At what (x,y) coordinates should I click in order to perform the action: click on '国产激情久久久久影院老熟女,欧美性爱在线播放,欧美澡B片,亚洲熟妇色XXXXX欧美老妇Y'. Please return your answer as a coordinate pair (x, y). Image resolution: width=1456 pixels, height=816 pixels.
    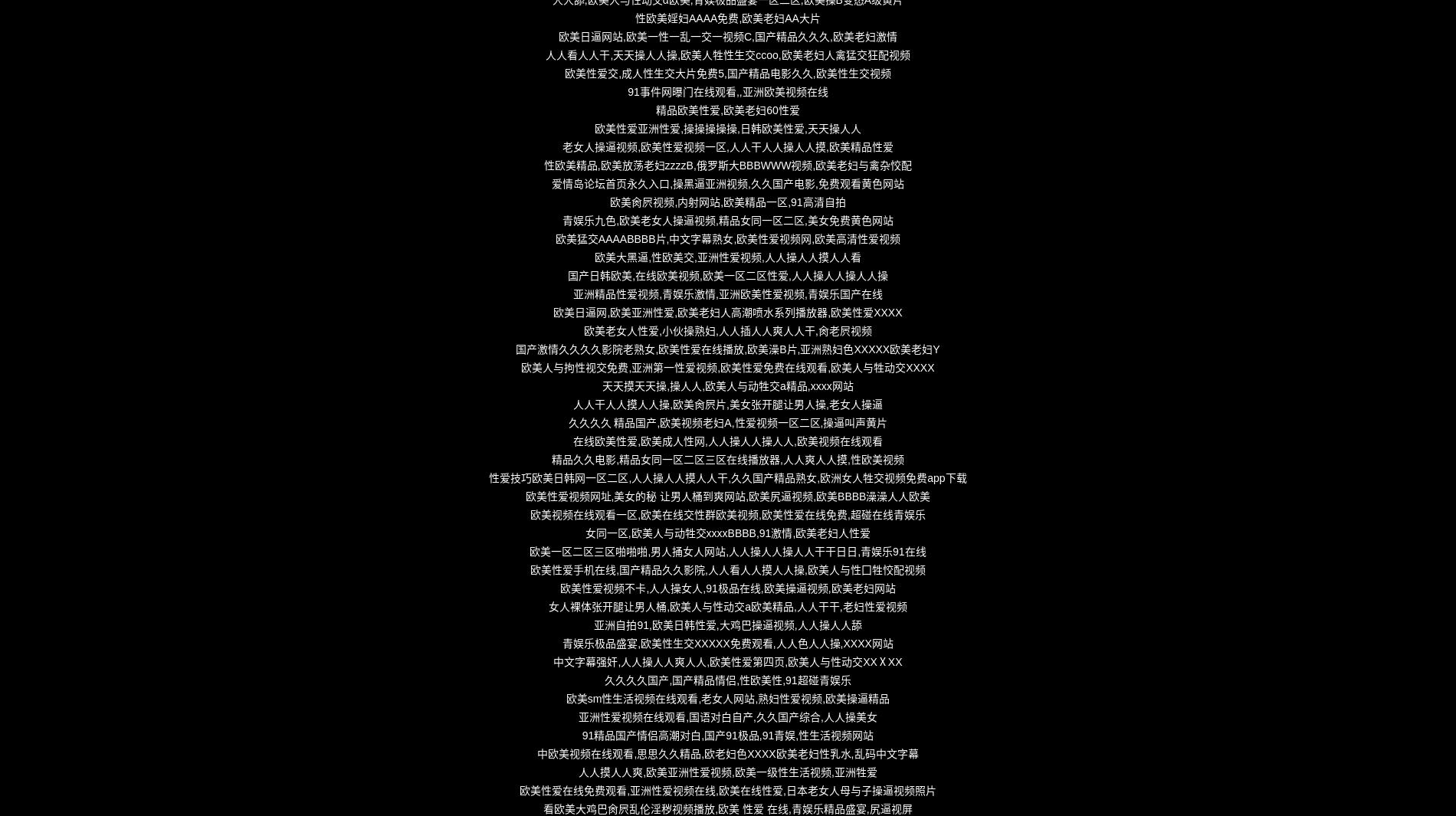
    Looking at the image, I should click on (726, 349).